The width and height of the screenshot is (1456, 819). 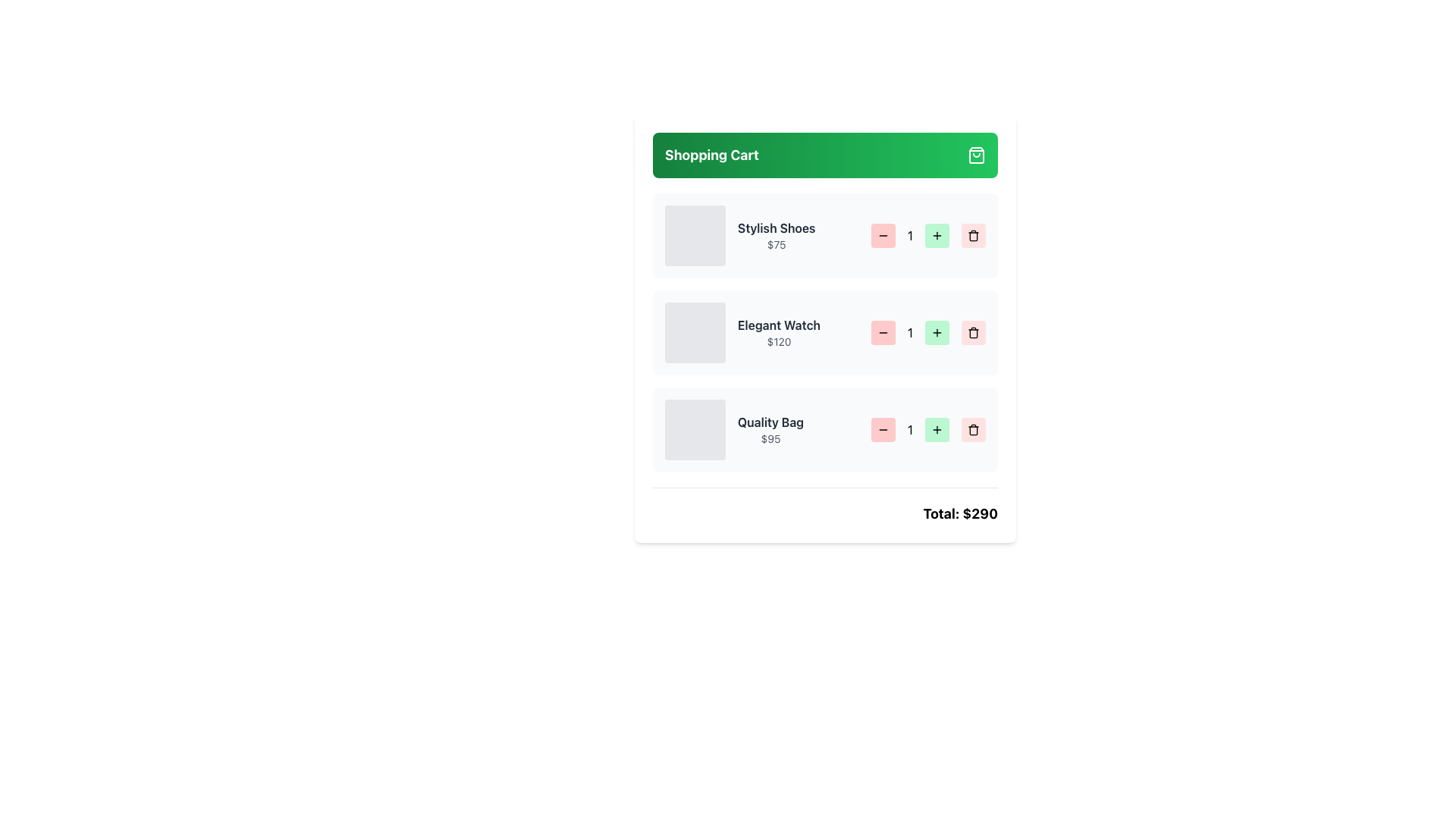 I want to click on the text label displaying the price '$120', located below the 'Elegant Watch' label in the shopping cart item list, so click(x=779, y=342).